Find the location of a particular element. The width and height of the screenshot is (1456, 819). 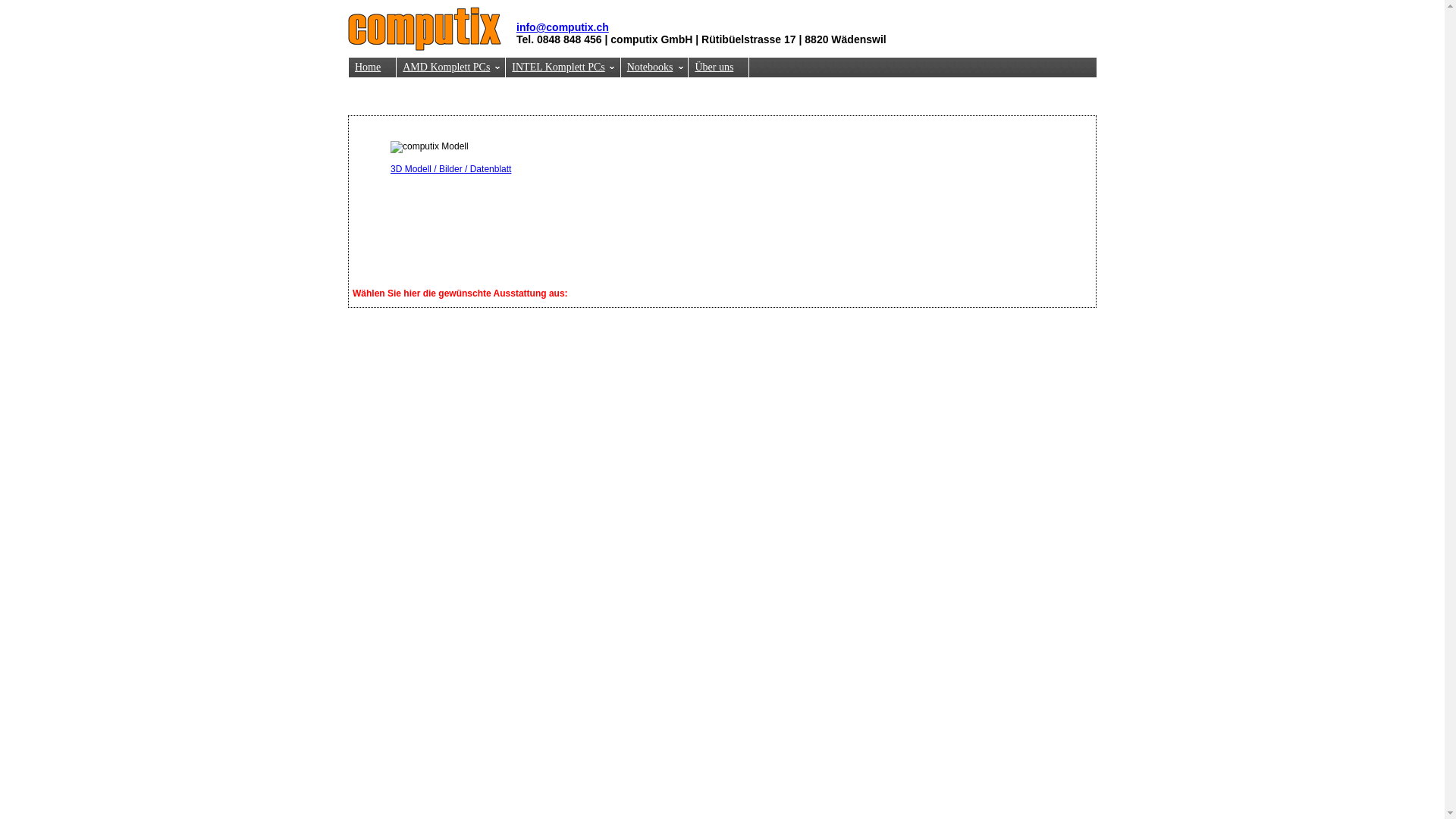

'Notebooks' is located at coordinates (655, 66).